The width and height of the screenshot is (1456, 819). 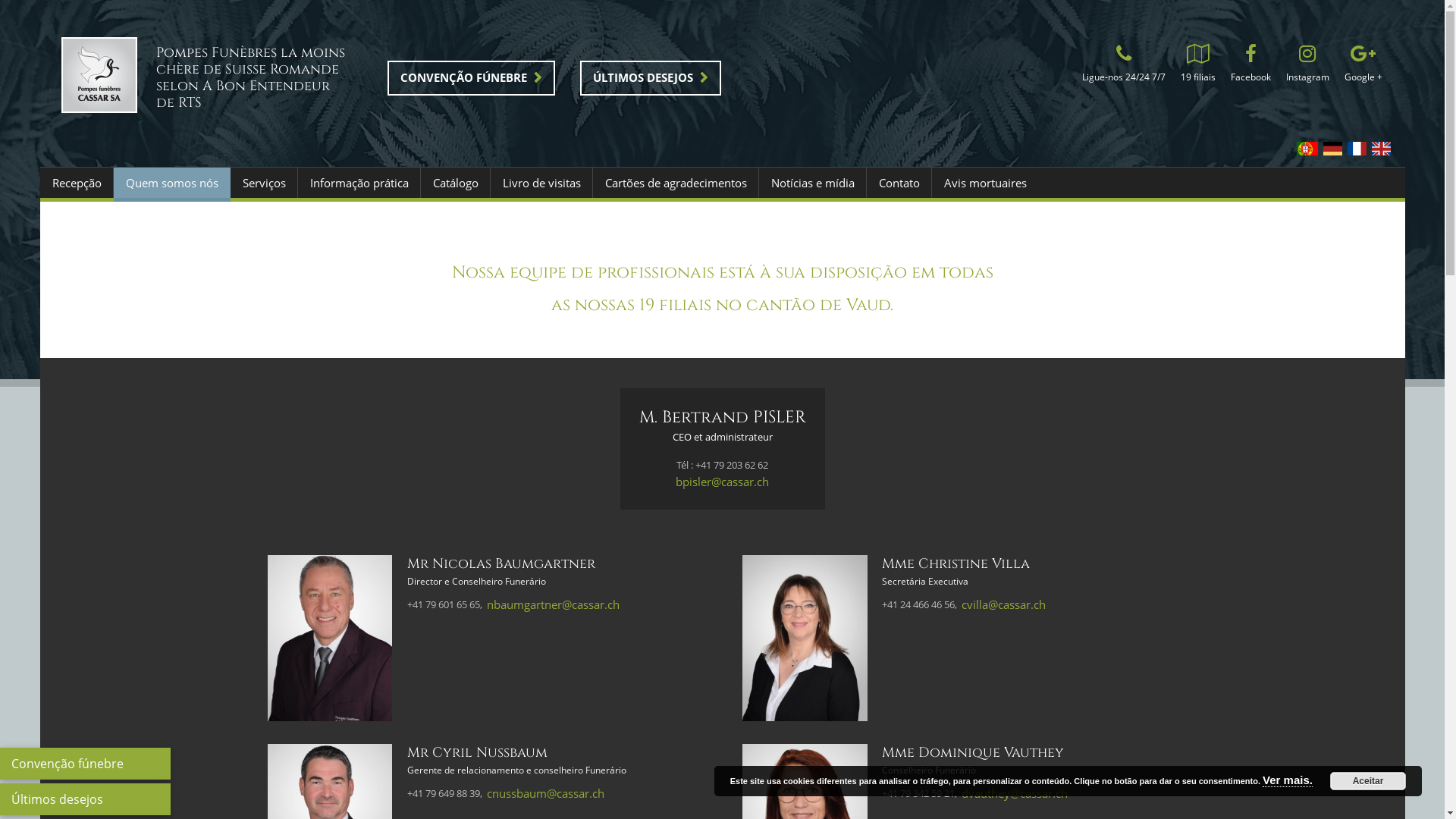 I want to click on 'Aceitar', so click(x=1368, y=780).